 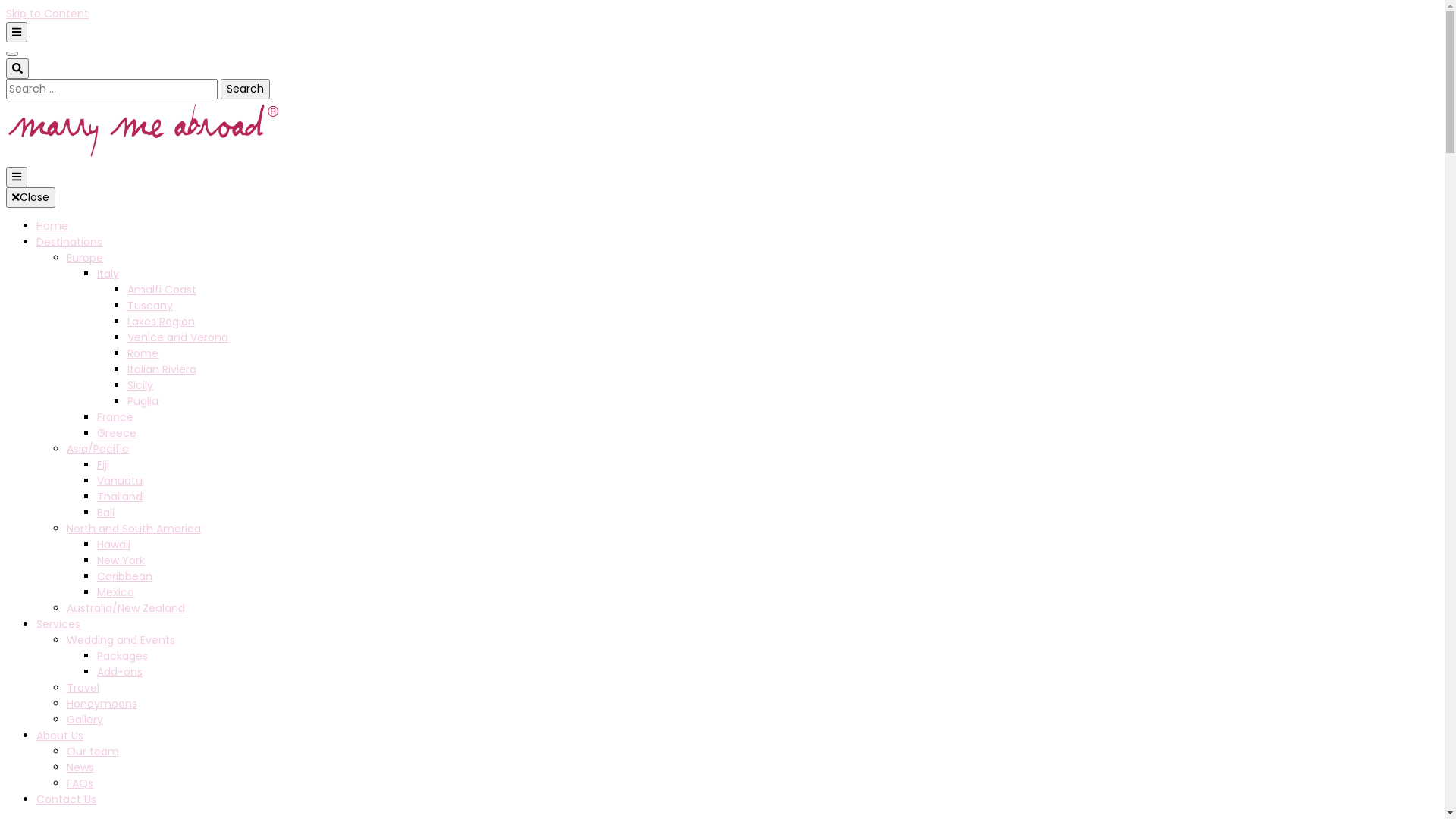 What do you see at coordinates (58, 623) in the screenshot?
I see `'Services'` at bounding box center [58, 623].